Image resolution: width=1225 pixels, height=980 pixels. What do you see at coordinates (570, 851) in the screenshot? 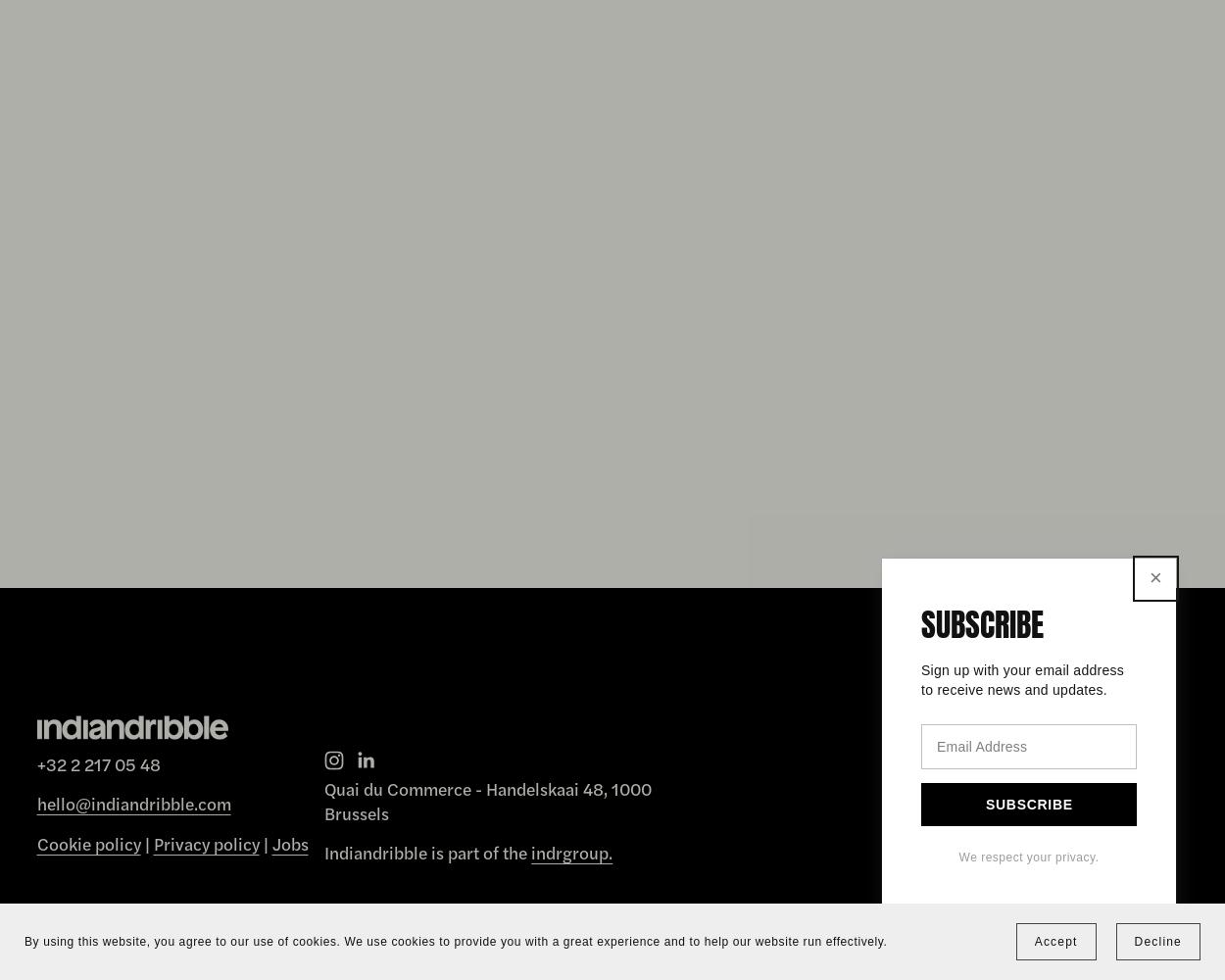
I see `'indrgroup.'` at bounding box center [570, 851].